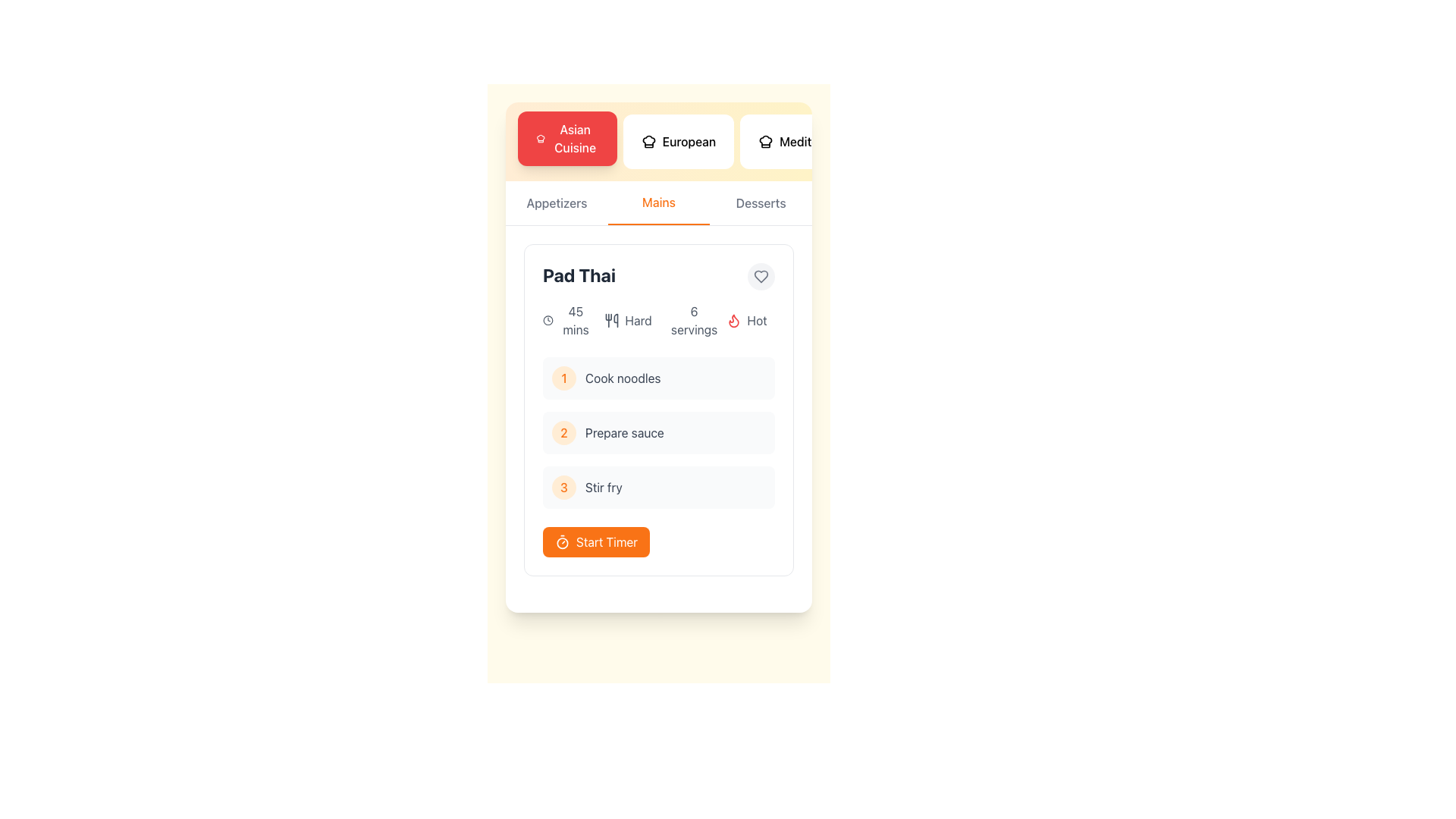 The image size is (1456, 819). I want to click on the Static Text Label that displays the number of servings for the Pad Thai recipe, positioned between the 'Hard' and 'Hot' labels, so click(689, 320).